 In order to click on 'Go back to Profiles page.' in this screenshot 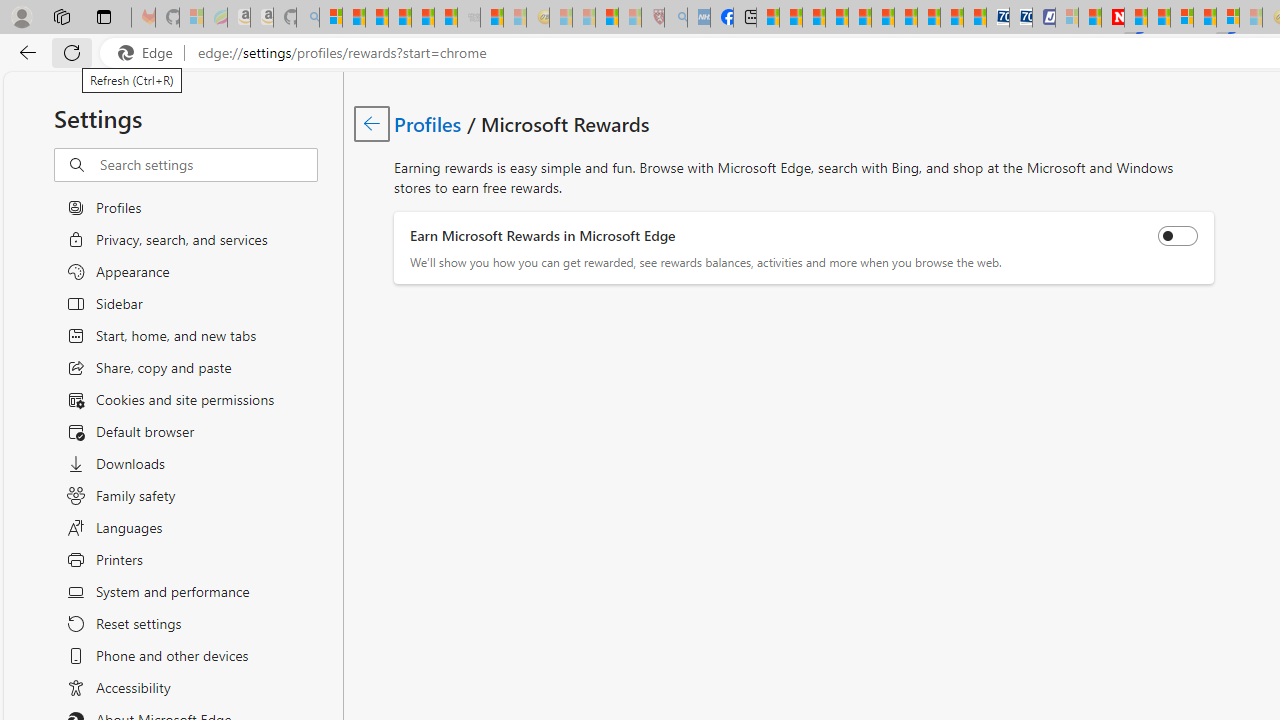, I will do `click(372, 123)`.